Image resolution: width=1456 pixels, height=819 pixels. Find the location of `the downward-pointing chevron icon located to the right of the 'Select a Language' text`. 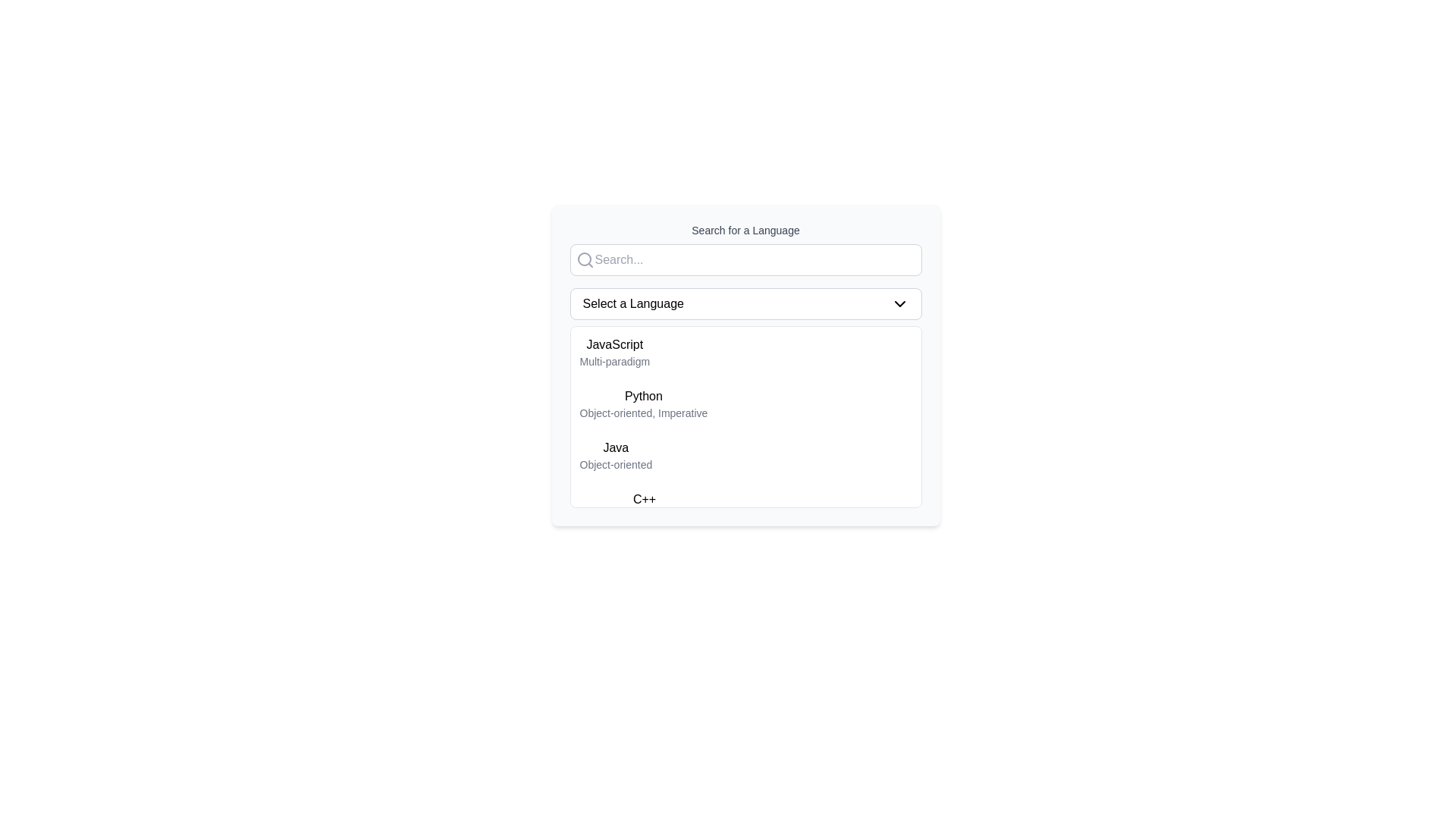

the downward-pointing chevron icon located to the right of the 'Select a Language' text is located at coordinates (899, 304).